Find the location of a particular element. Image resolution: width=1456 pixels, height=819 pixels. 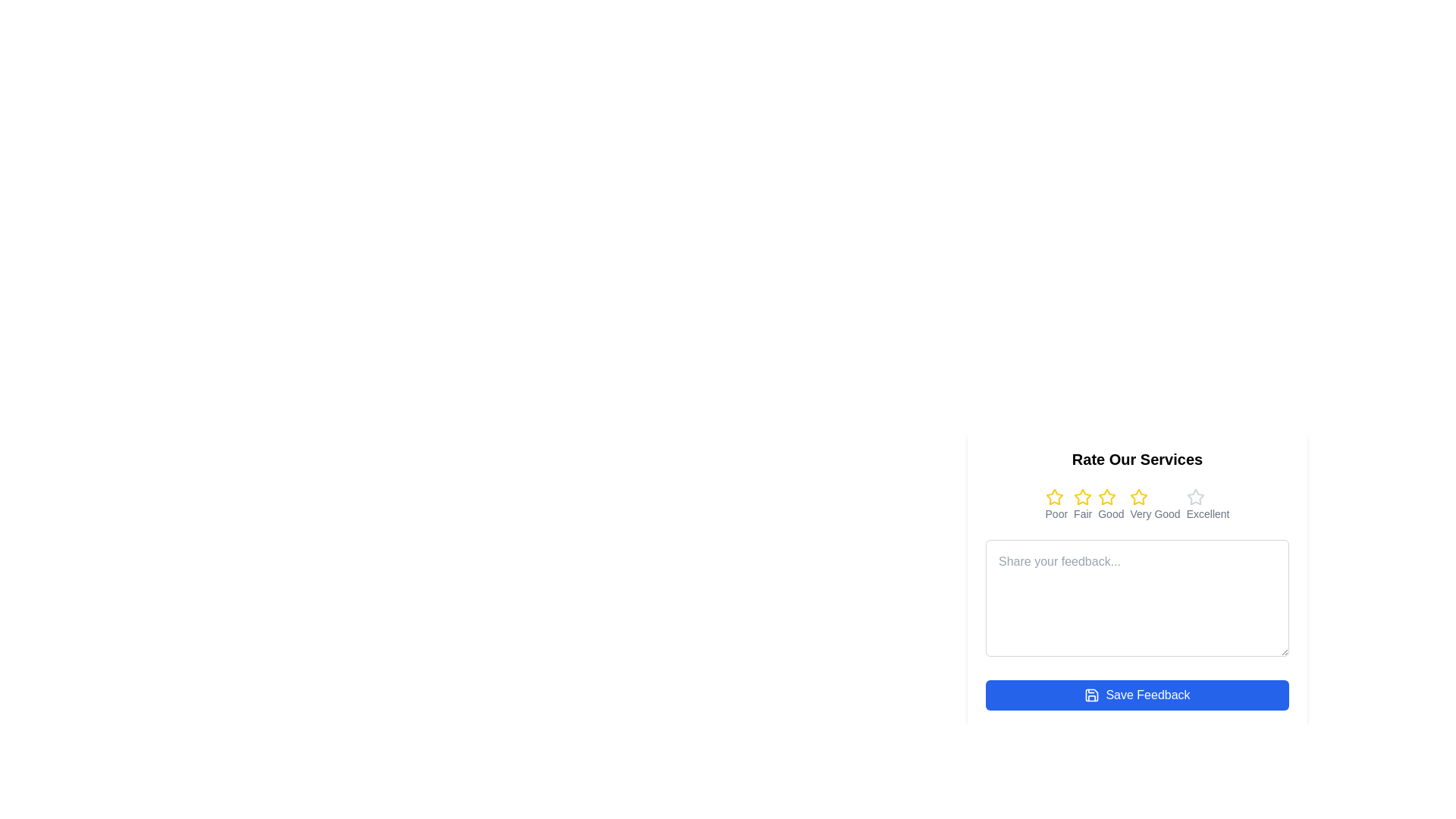

the star for the 'Excellent' rating option is located at coordinates (1207, 505).